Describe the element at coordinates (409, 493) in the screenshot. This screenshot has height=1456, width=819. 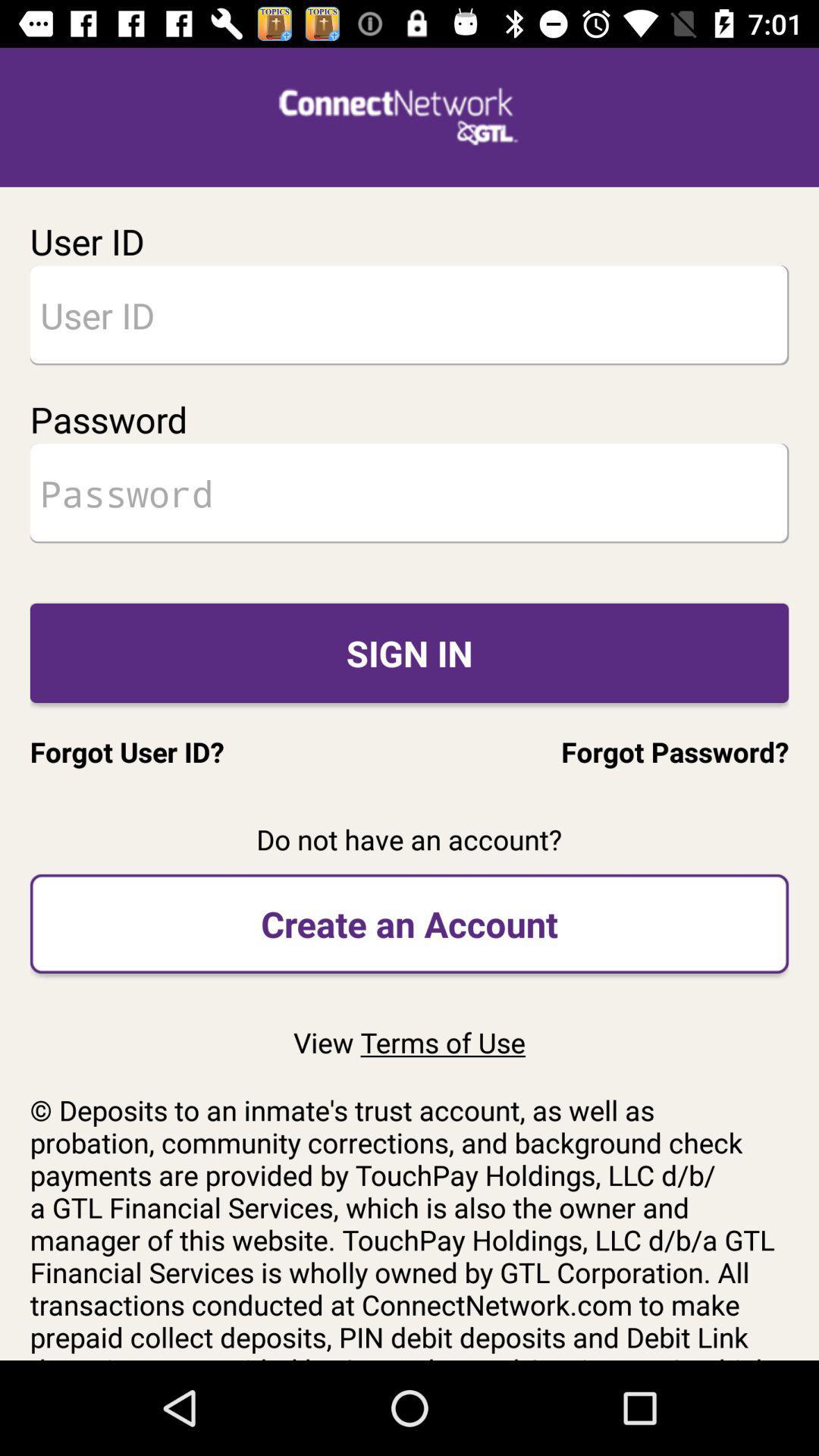
I see `password` at that location.